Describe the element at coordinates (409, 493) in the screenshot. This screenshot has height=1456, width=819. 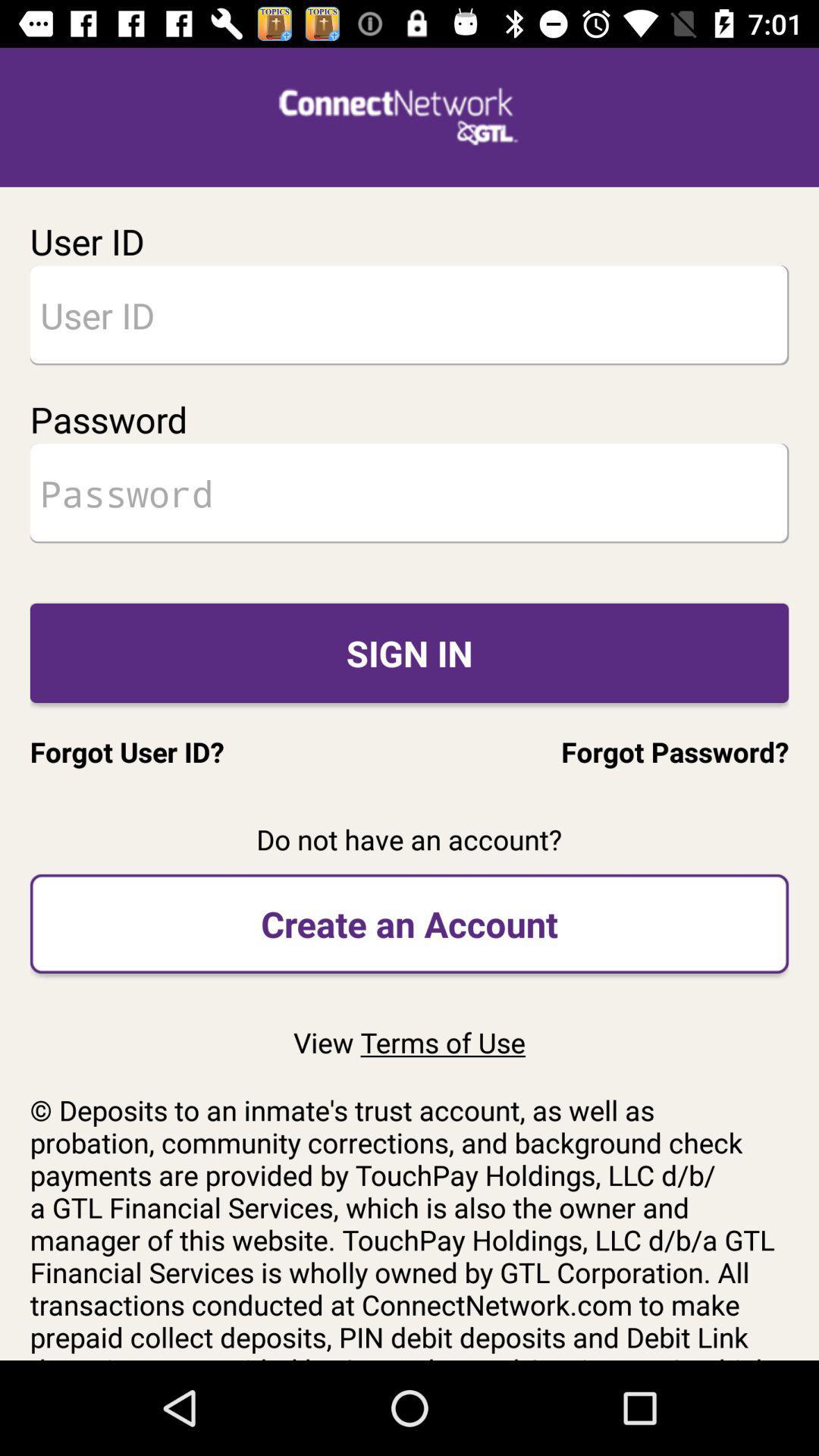
I see `password` at that location.